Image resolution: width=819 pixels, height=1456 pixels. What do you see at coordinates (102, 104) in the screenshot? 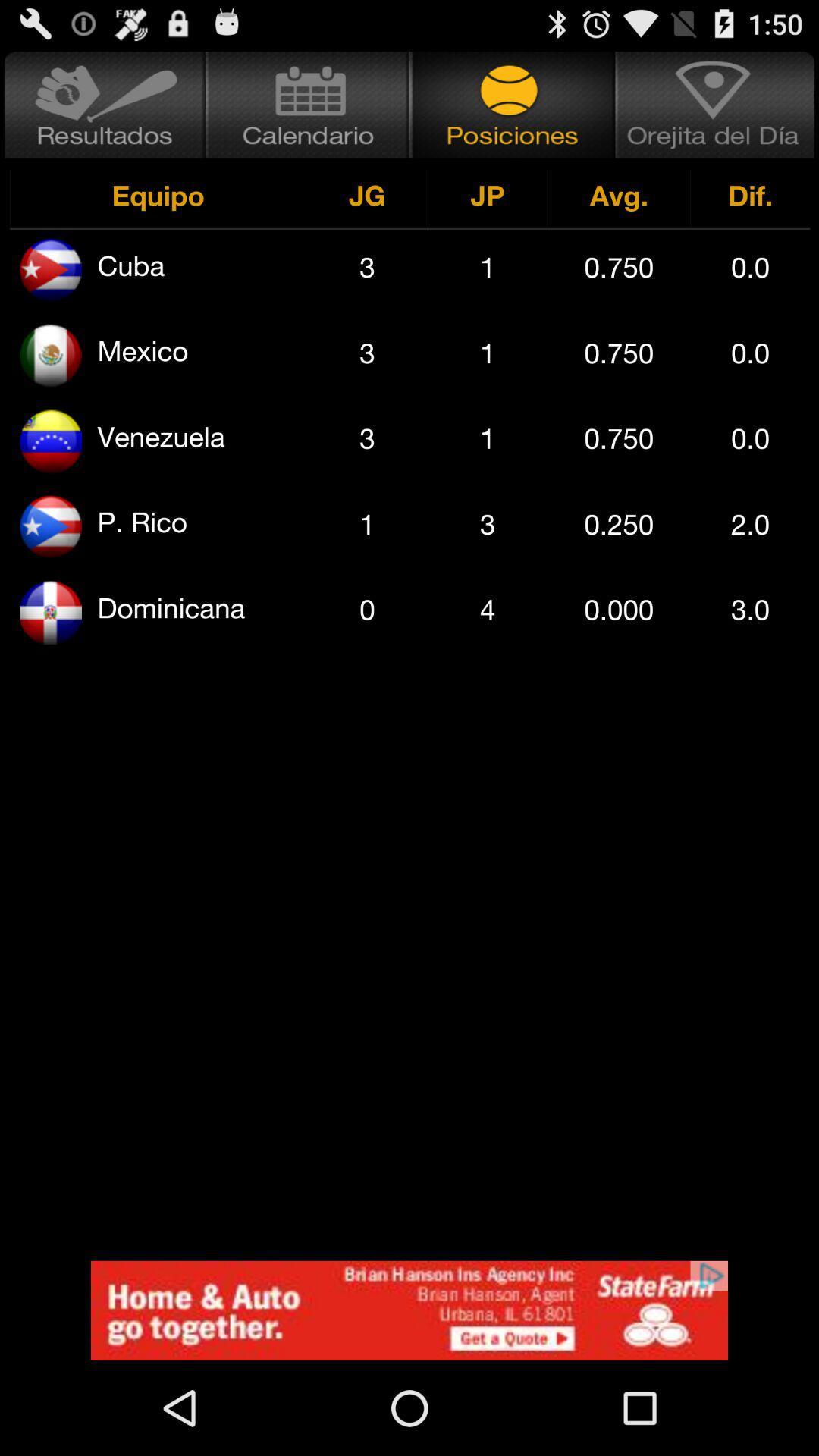
I see `resultados tab` at bounding box center [102, 104].